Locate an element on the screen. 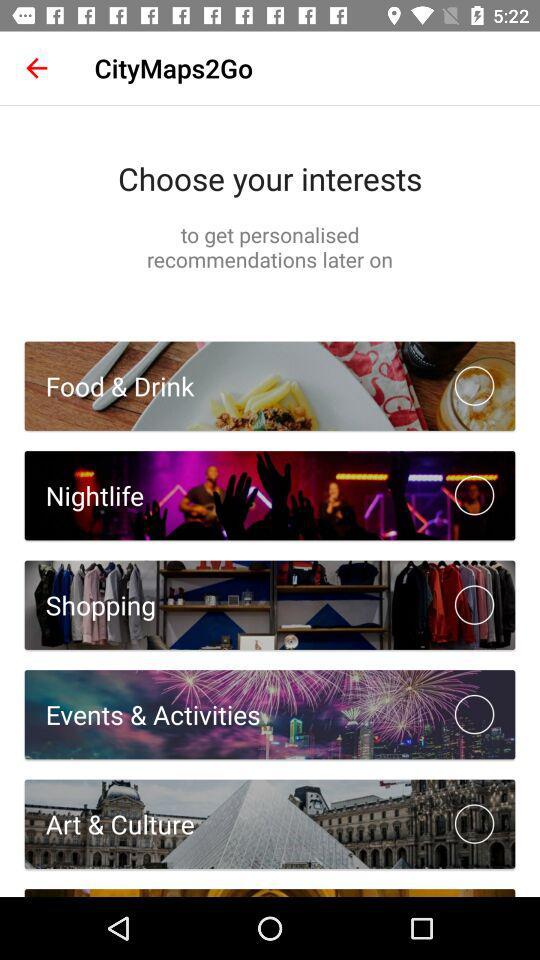  the art & culture is located at coordinates (109, 824).